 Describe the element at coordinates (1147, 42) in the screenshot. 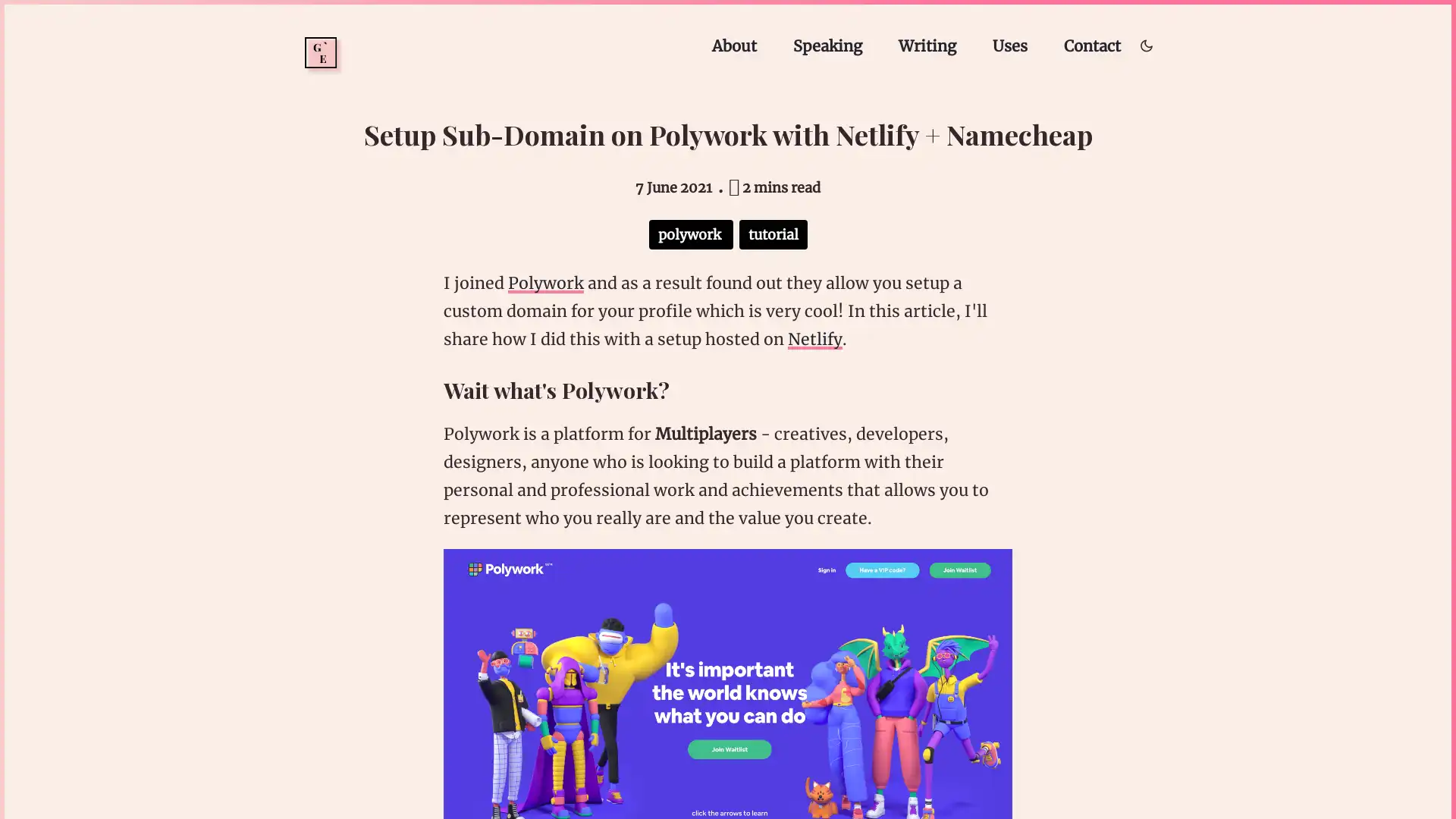

I see `Toggle dark/light` at that location.